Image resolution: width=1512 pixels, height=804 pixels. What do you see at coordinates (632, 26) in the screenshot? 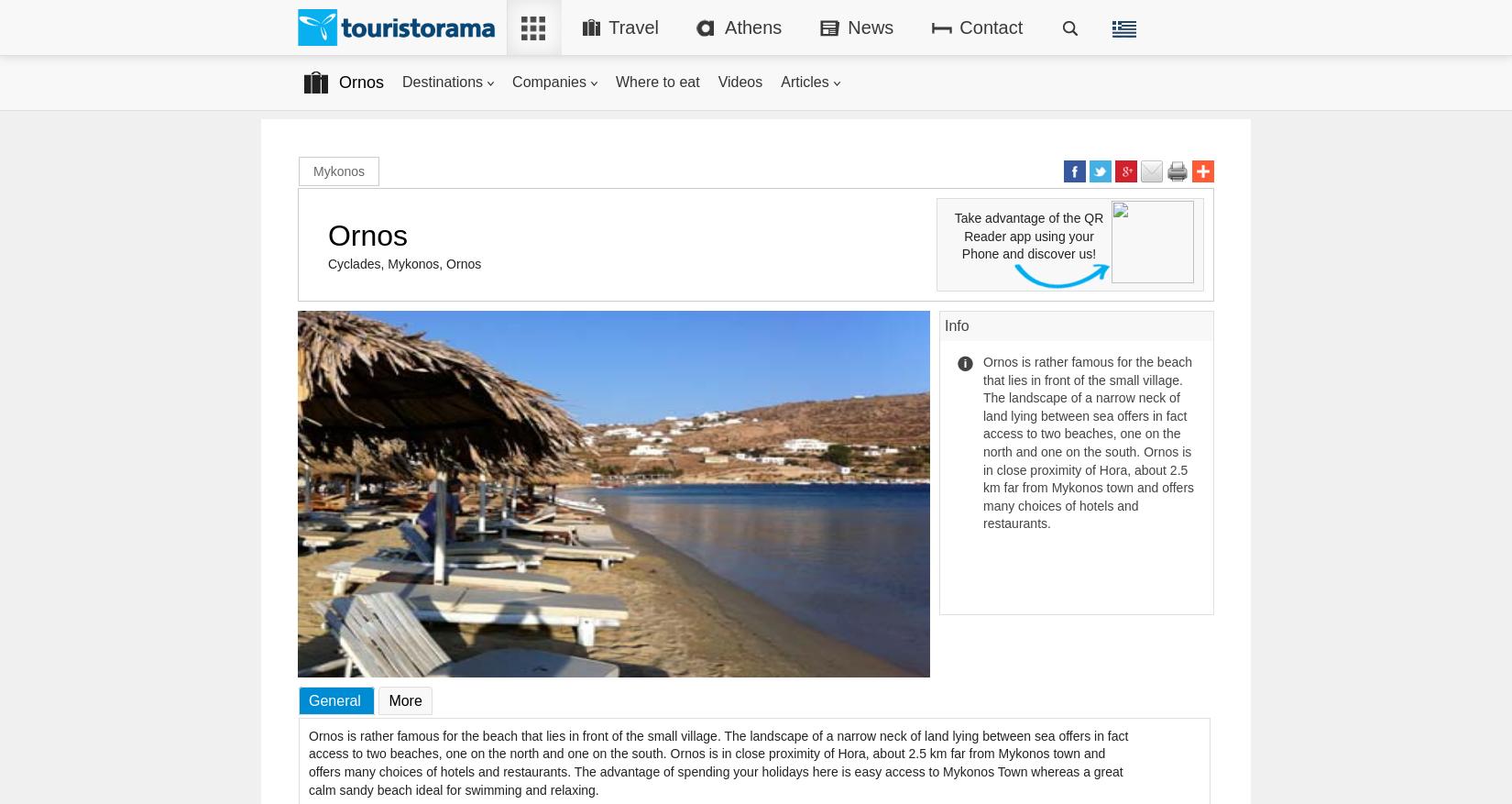
I see `'Travel'` at bounding box center [632, 26].